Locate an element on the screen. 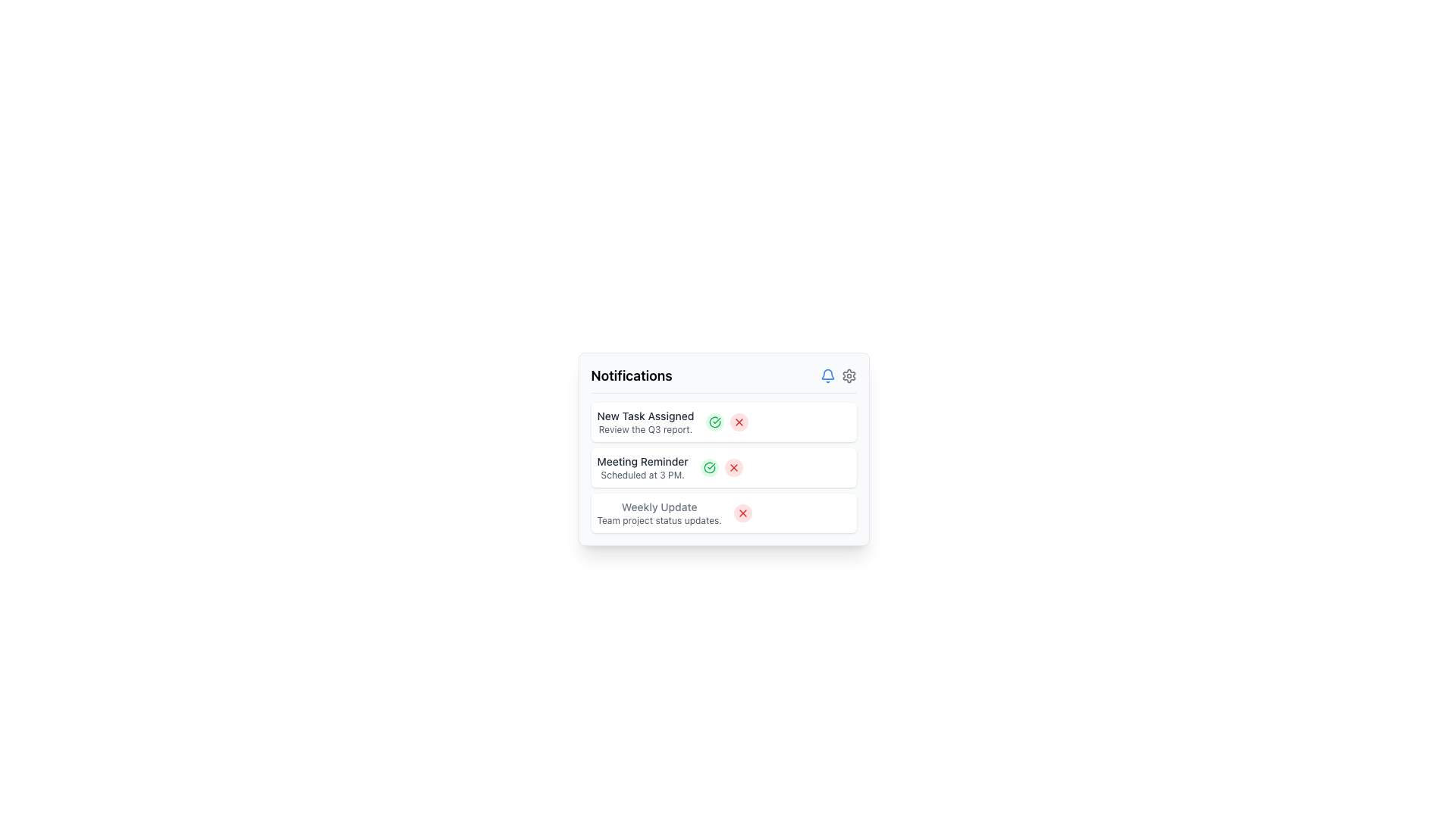 The image size is (1456, 819). the Text Label displaying 'Team project status updates.' located below 'Weekly Update' in the notification section is located at coordinates (659, 519).